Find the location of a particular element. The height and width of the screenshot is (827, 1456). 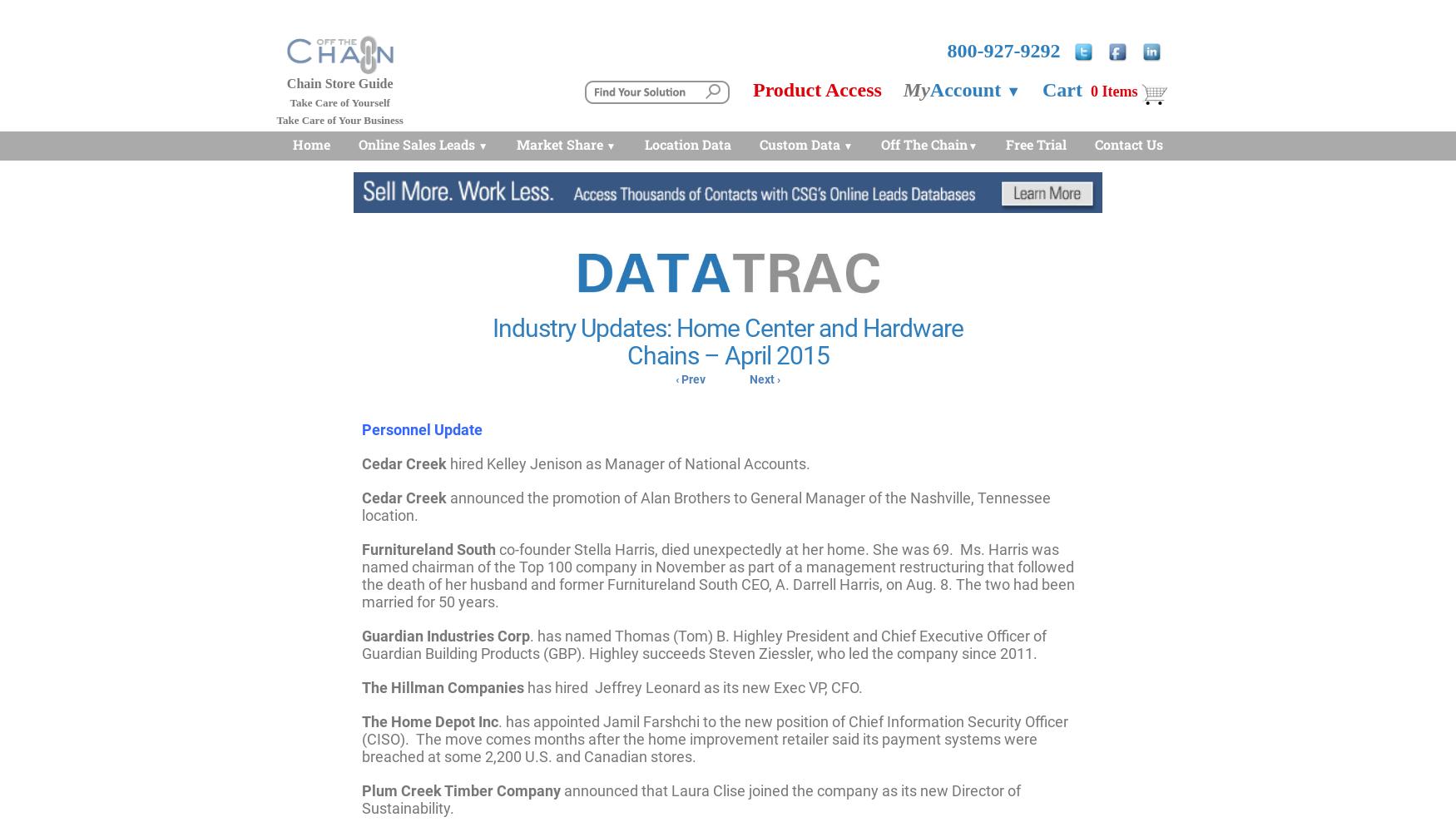

'co-founder Stella Harris, died unexpectedly at her home. She was 69.  Ms. Harris was named chairman of the Top 100 company in November as part of a management restructuring that followed the death of her husband and former Furnitureland South CEO, A. Darrell Harris, on Aug. 8. The two had been married for 50 years.' is located at coordinates (718, 574).